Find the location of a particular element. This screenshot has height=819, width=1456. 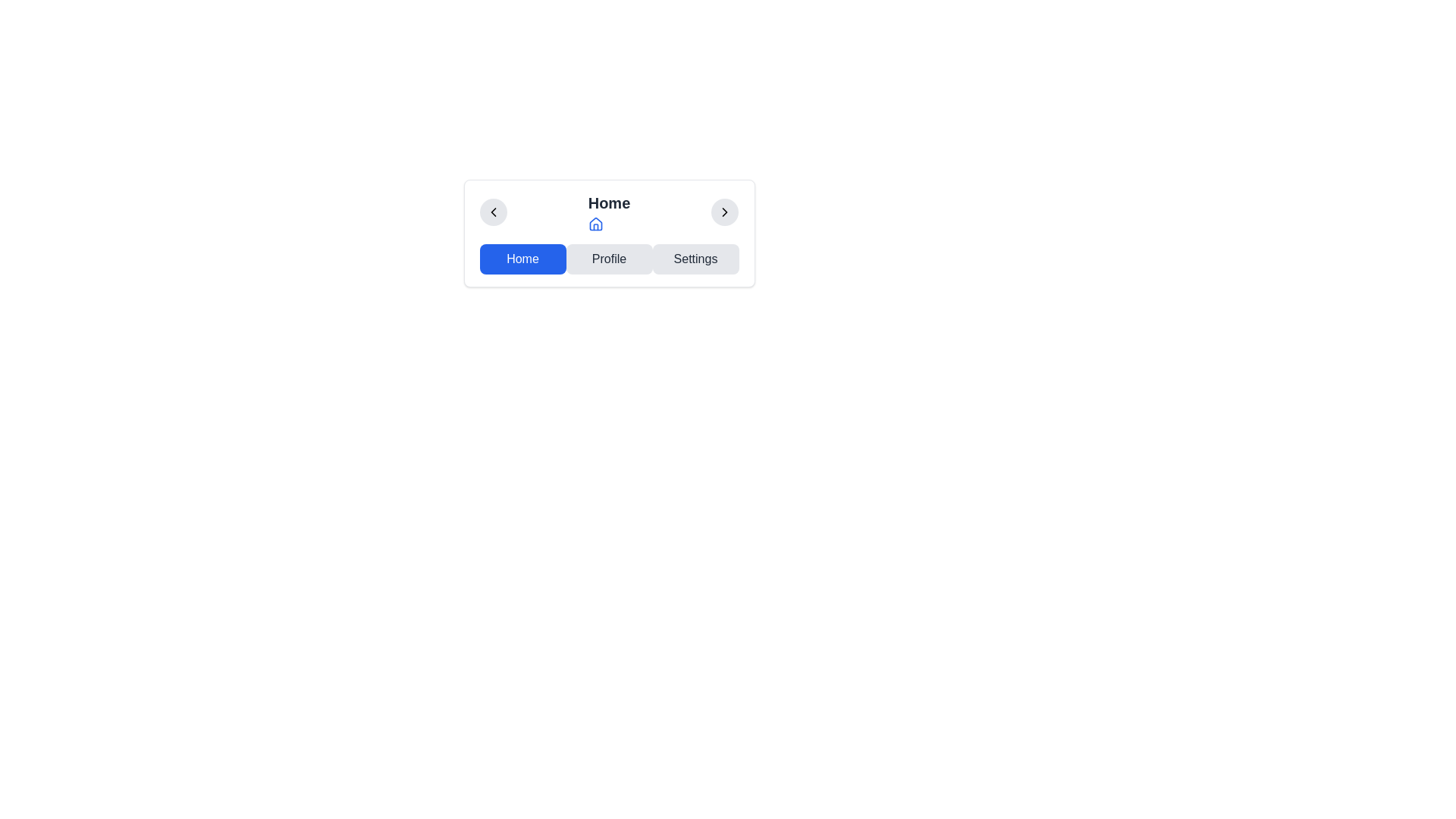

slider is located at coordinates (505, 212).